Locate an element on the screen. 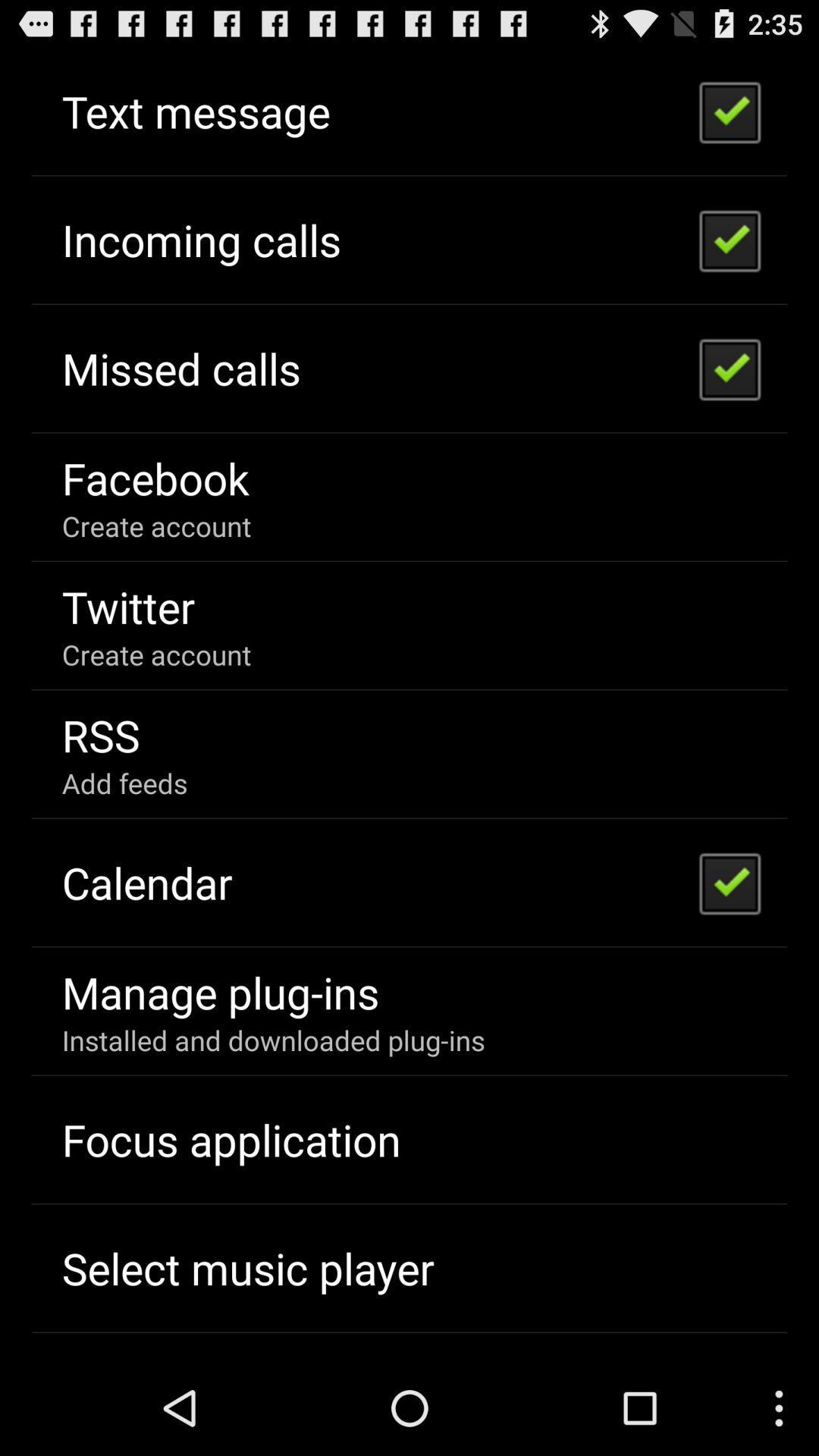  the app below focus application icon is located at coordinates (247, 1268).